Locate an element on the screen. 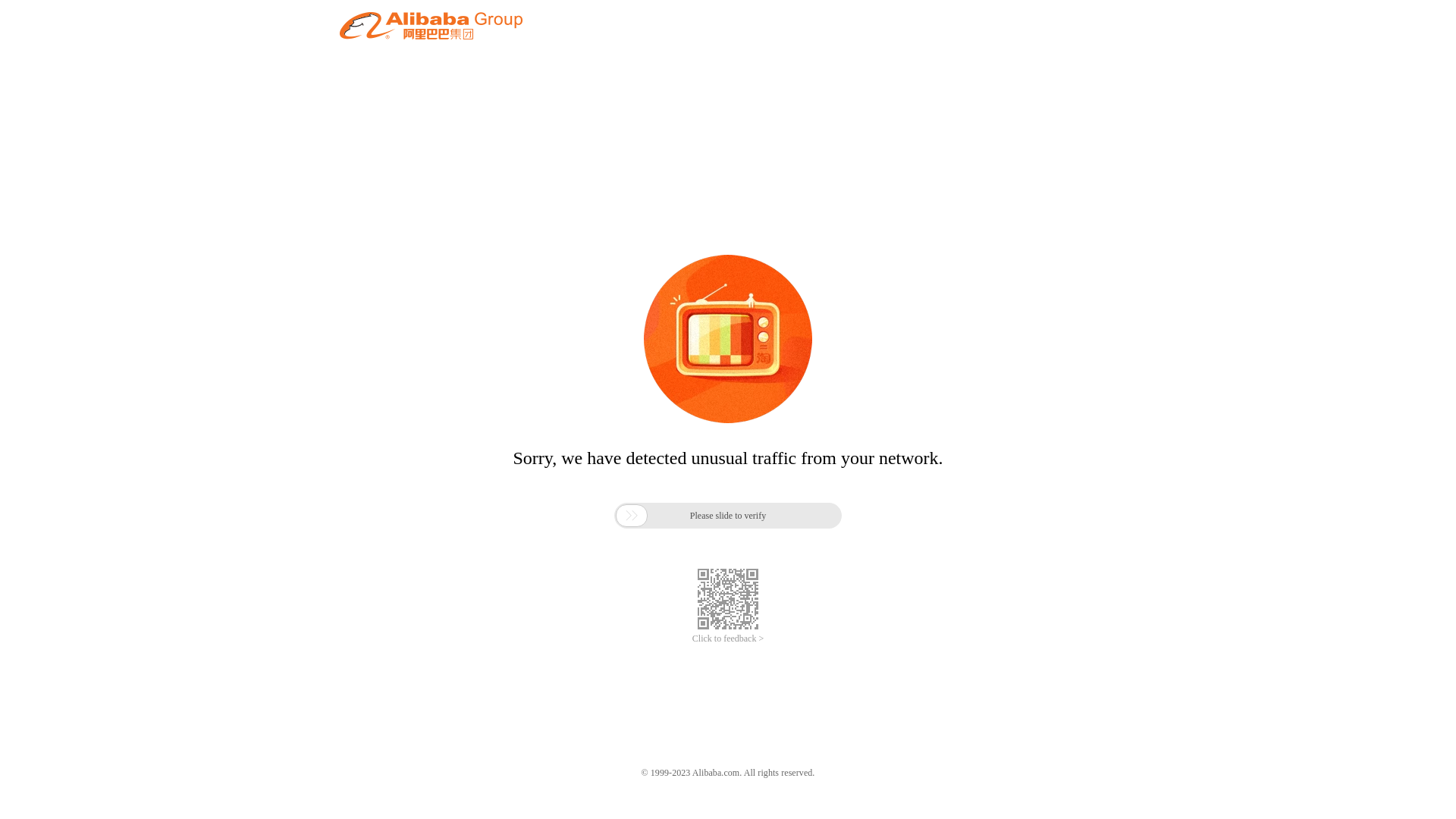 Image resolution: width=1456 pixels, height=819 pixels. 'Click to feedback >' is located at coordinates (728, 639).